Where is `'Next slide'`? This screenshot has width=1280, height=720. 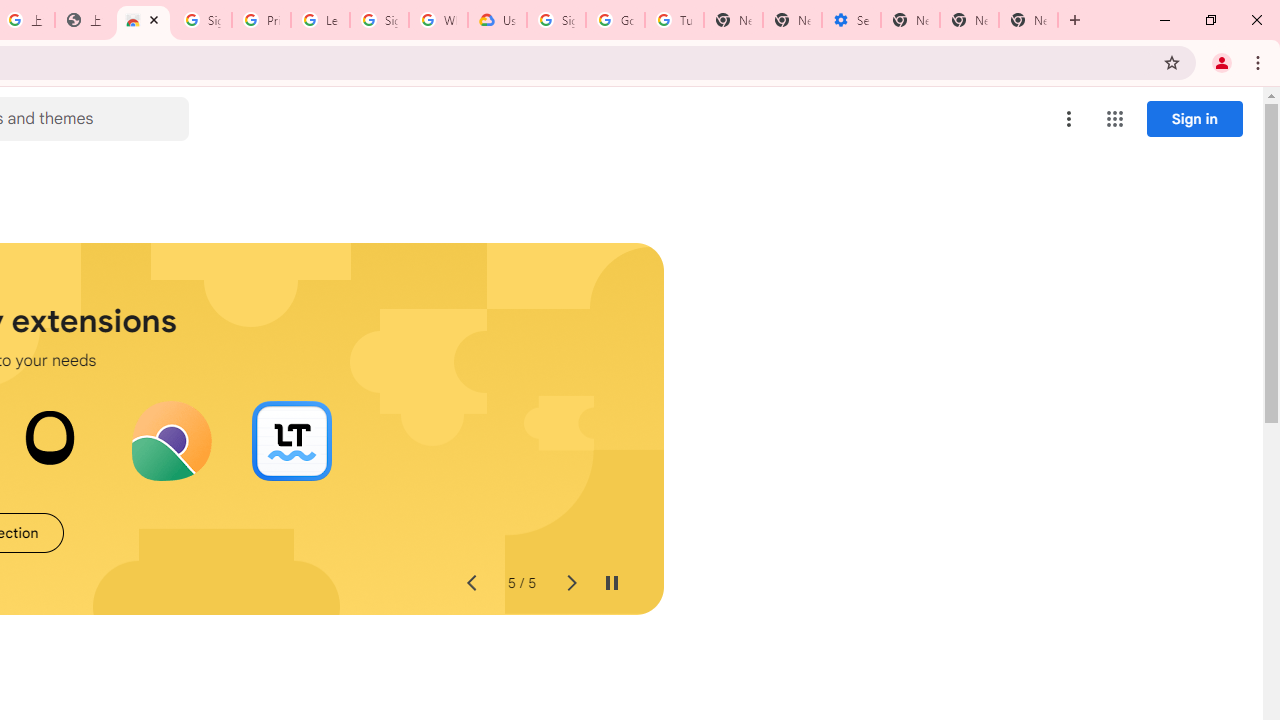 'Next slide' is located at coordinates (569, 583).